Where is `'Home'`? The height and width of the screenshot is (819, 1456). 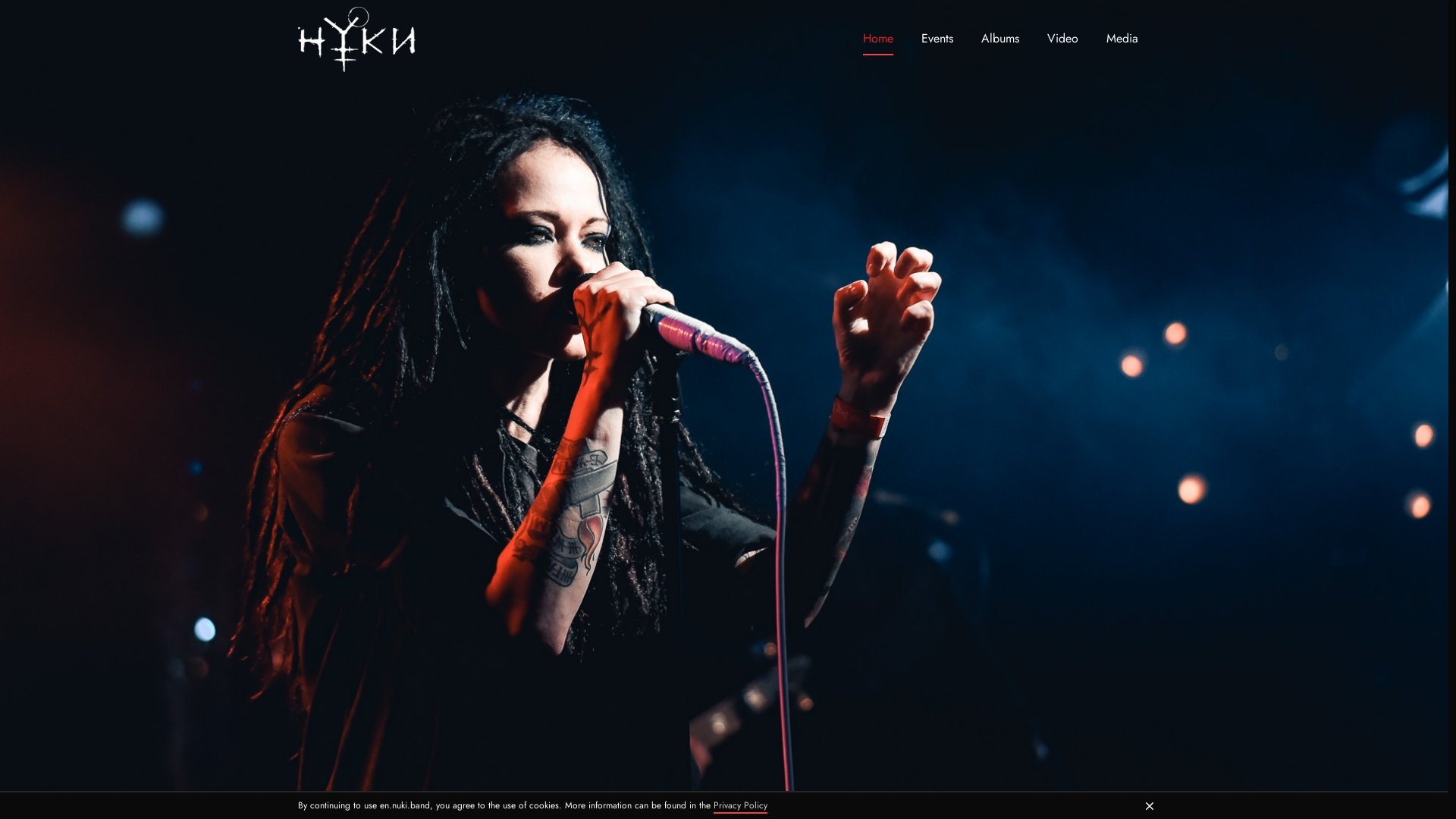
'Home' is located at coordinates (877, 38).